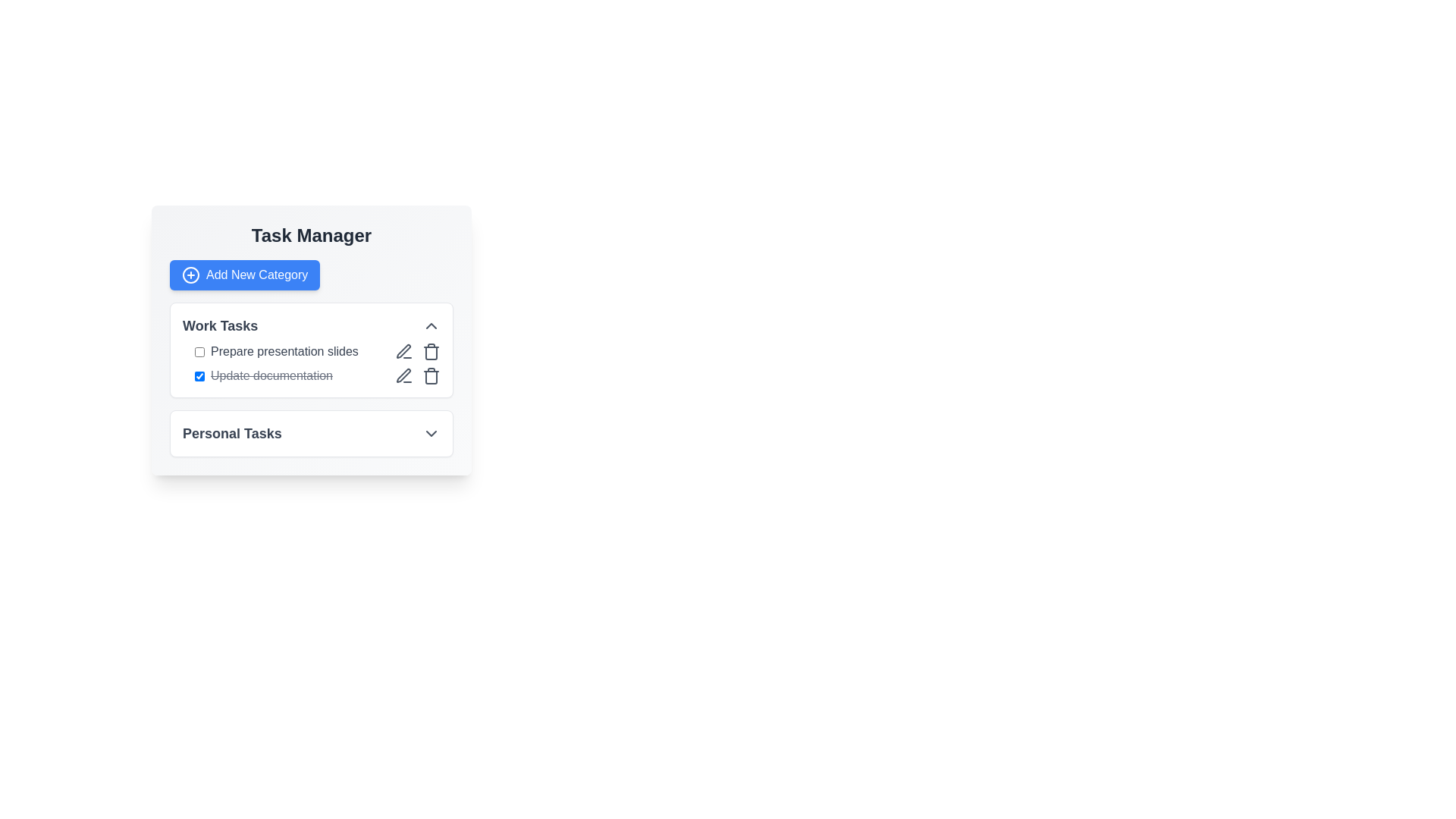 The image size is (1456, 819). What do you see at coordinates (316, 375) in the screenshot?
I see `the completed task label` at bounding box center [316, 375].